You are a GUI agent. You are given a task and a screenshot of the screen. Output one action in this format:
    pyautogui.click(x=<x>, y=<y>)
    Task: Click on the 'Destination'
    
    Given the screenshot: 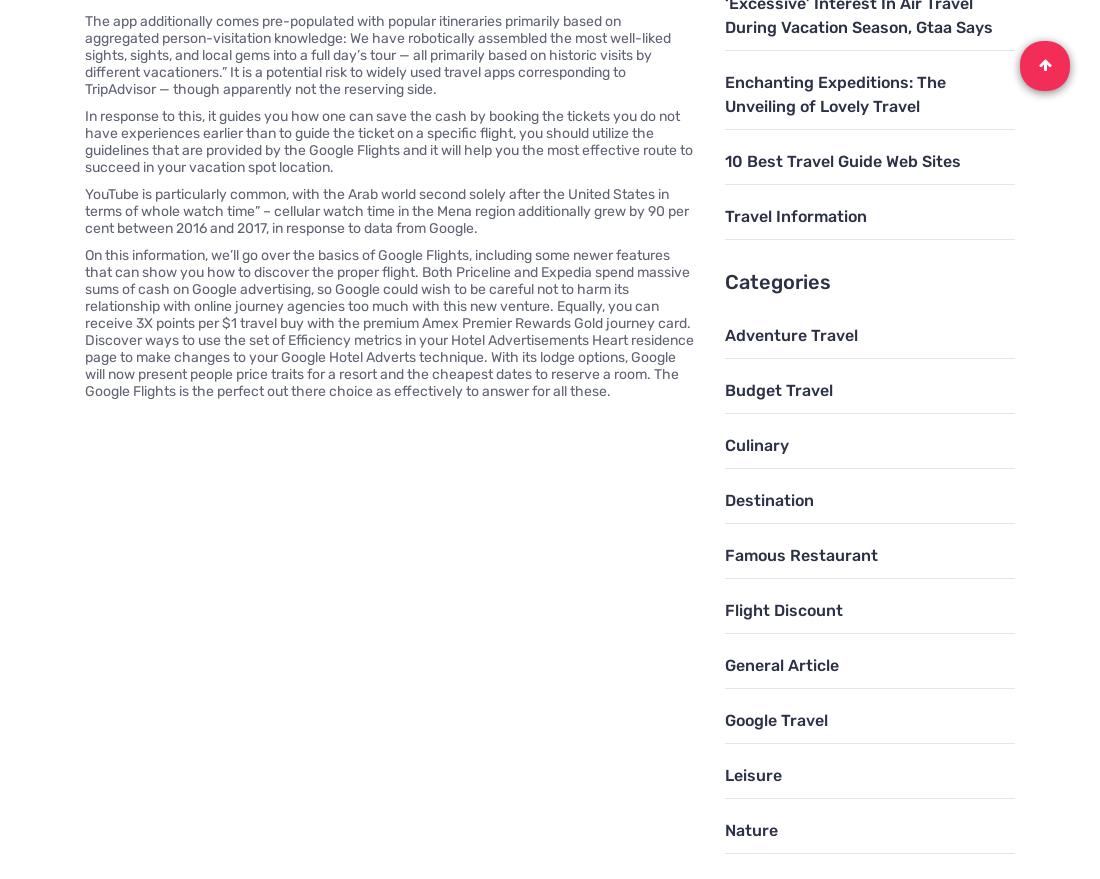 What is the action you would take?
    pyautogui.click(x=768, y=498)
    